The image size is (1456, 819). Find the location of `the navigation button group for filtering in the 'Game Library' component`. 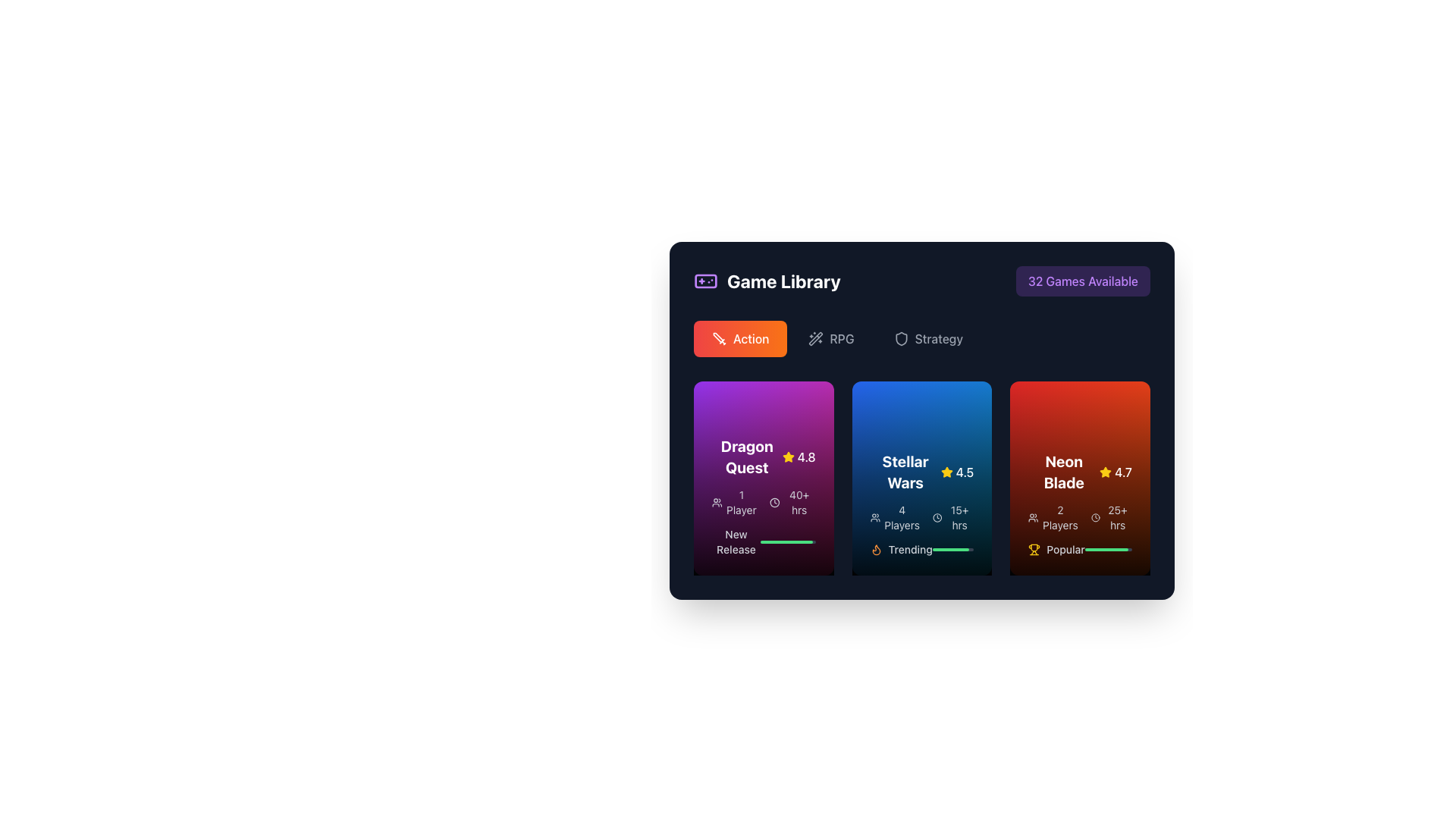

the navigation button group for filtering in the 'Game Library' component is located at coordinates (921, 338).